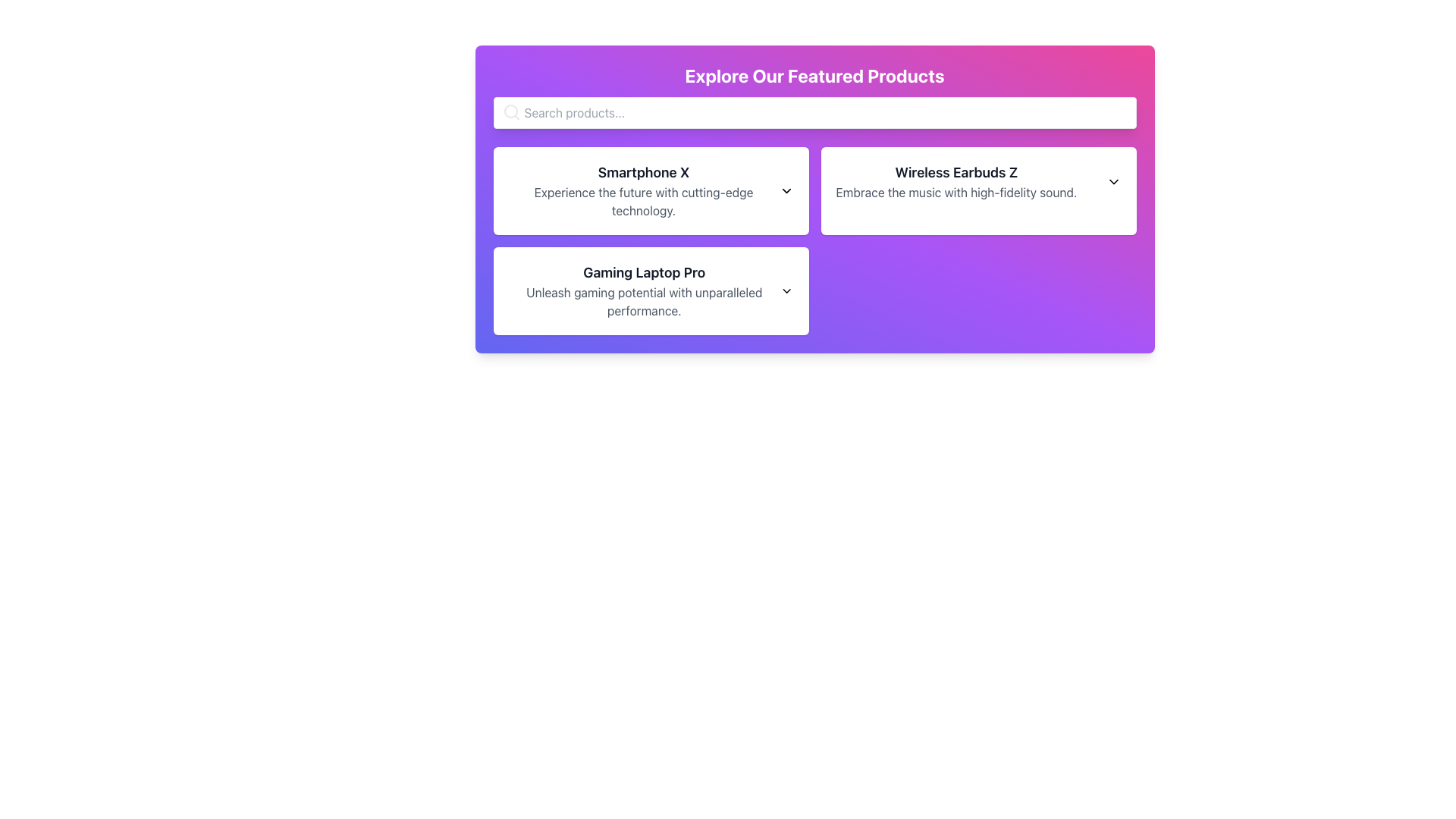 The image size is (1456, 819). What do you see at coordinates (644, 291) in the screenshot?
I see `the 'Gaming Laptop Pro' text block which features bold text and is part of the purple block containing featured products, located at the center of the interface` at bounding box center [644, 291].